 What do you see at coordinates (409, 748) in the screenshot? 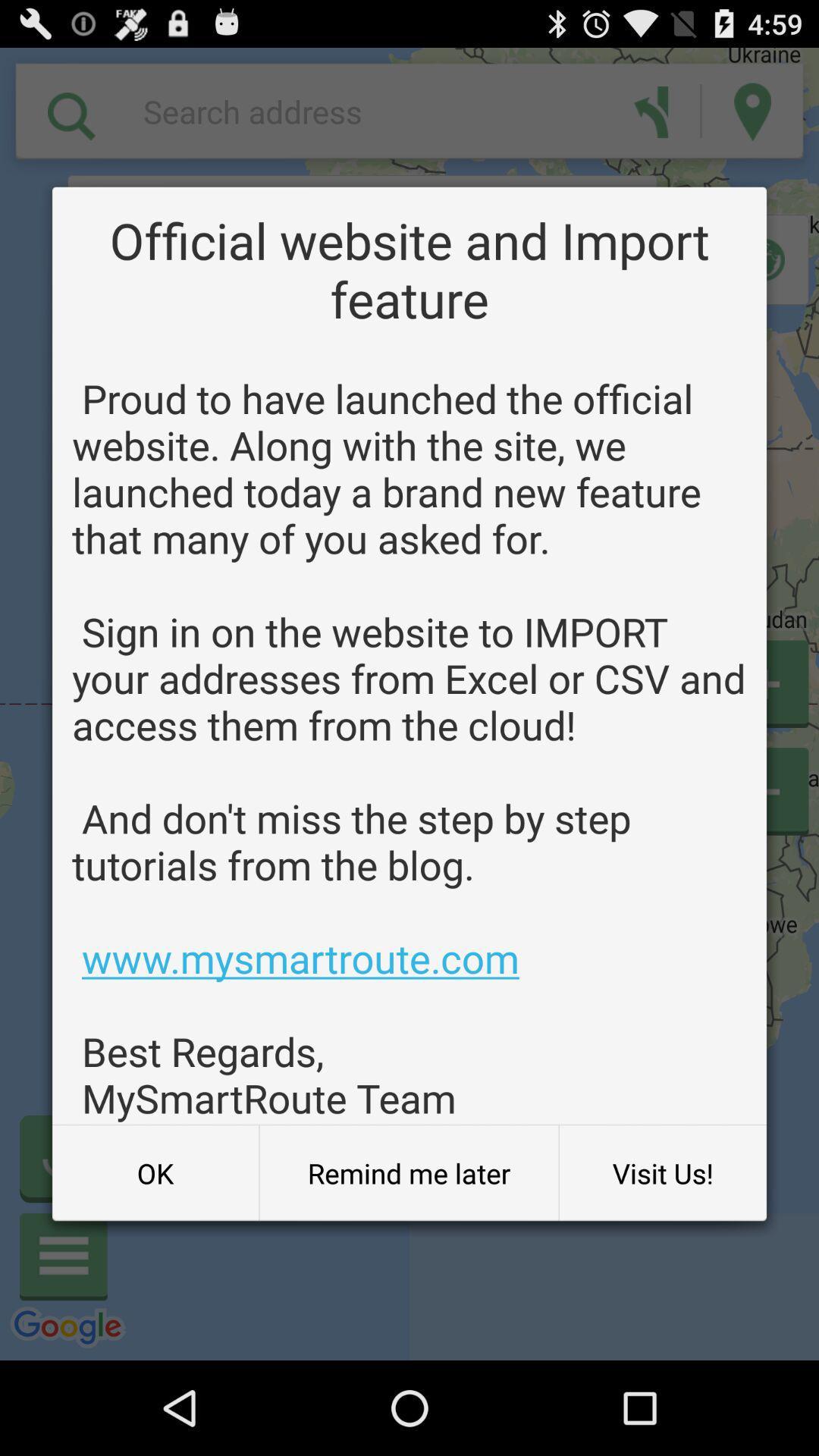
I see `the item below official website and item` at bounding box center [409, 748].